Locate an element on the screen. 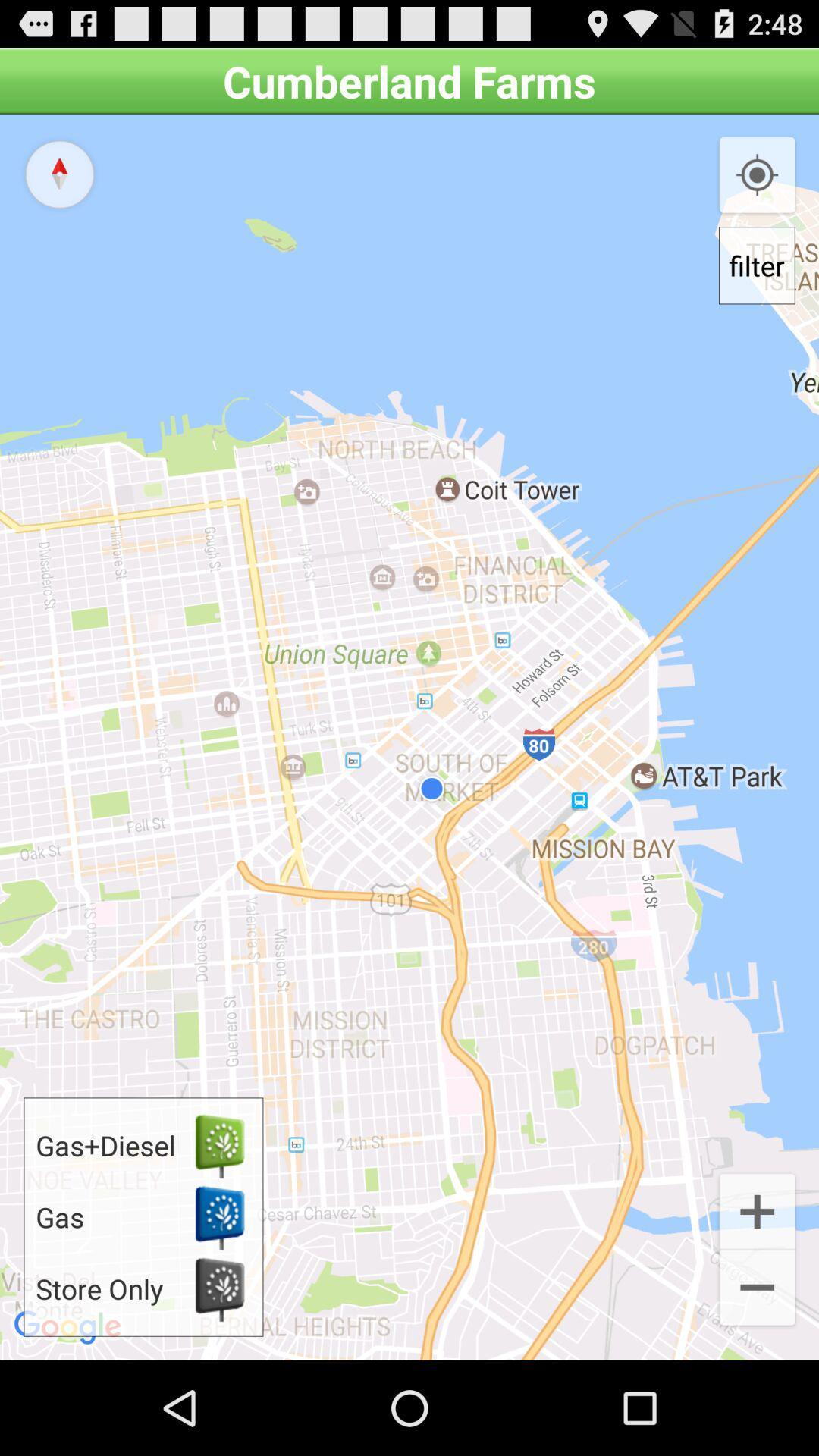 The width and height of the screenshot is (819, 1456). filter is located at coordinates (757, 265).